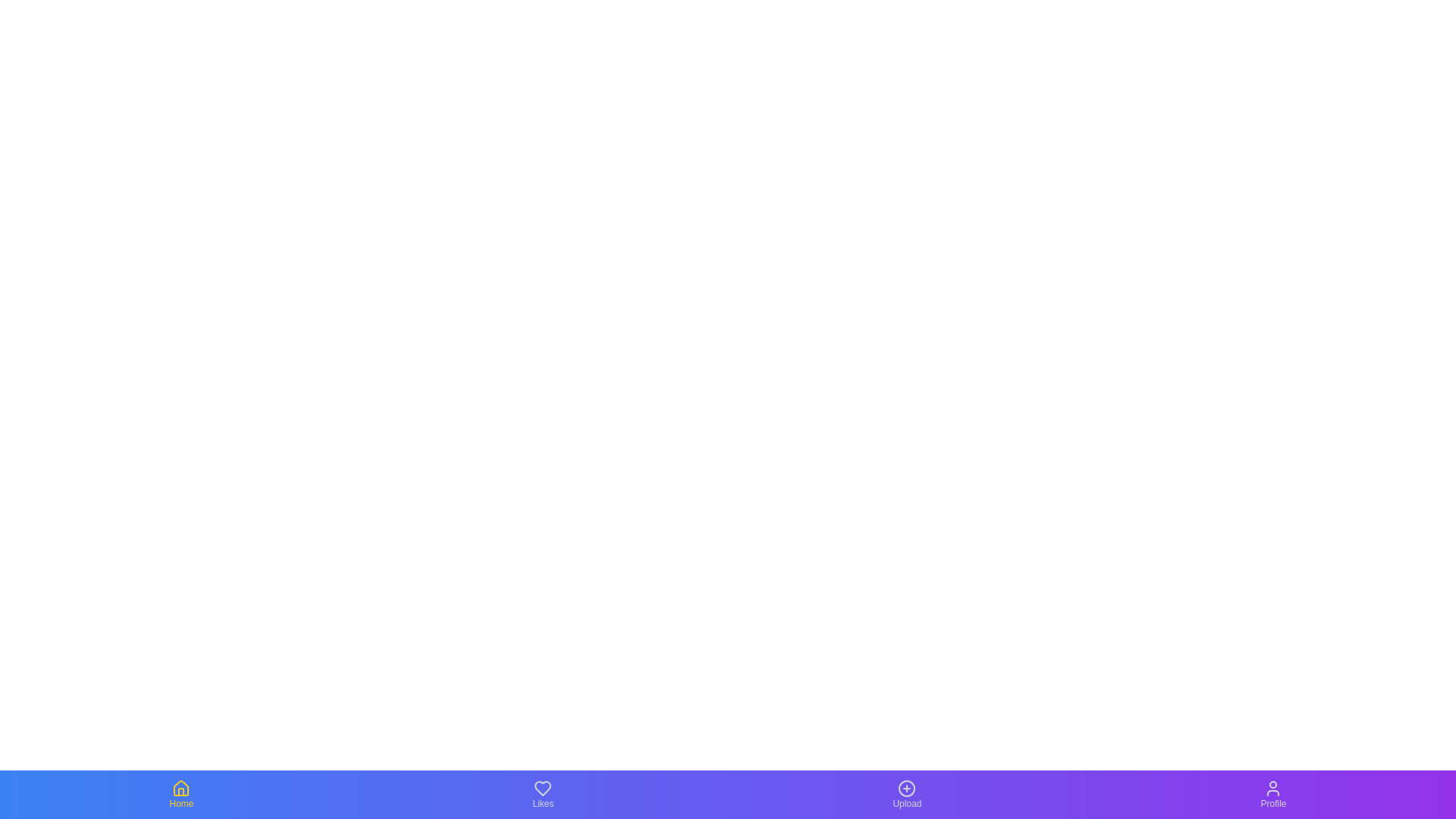 The height and width of the screenshot is (819, 1456). What do you see at coordinates (542, 794) in the screenshot?
I see `the Likes tab by clicking on it` at bounding box center [542, 794].